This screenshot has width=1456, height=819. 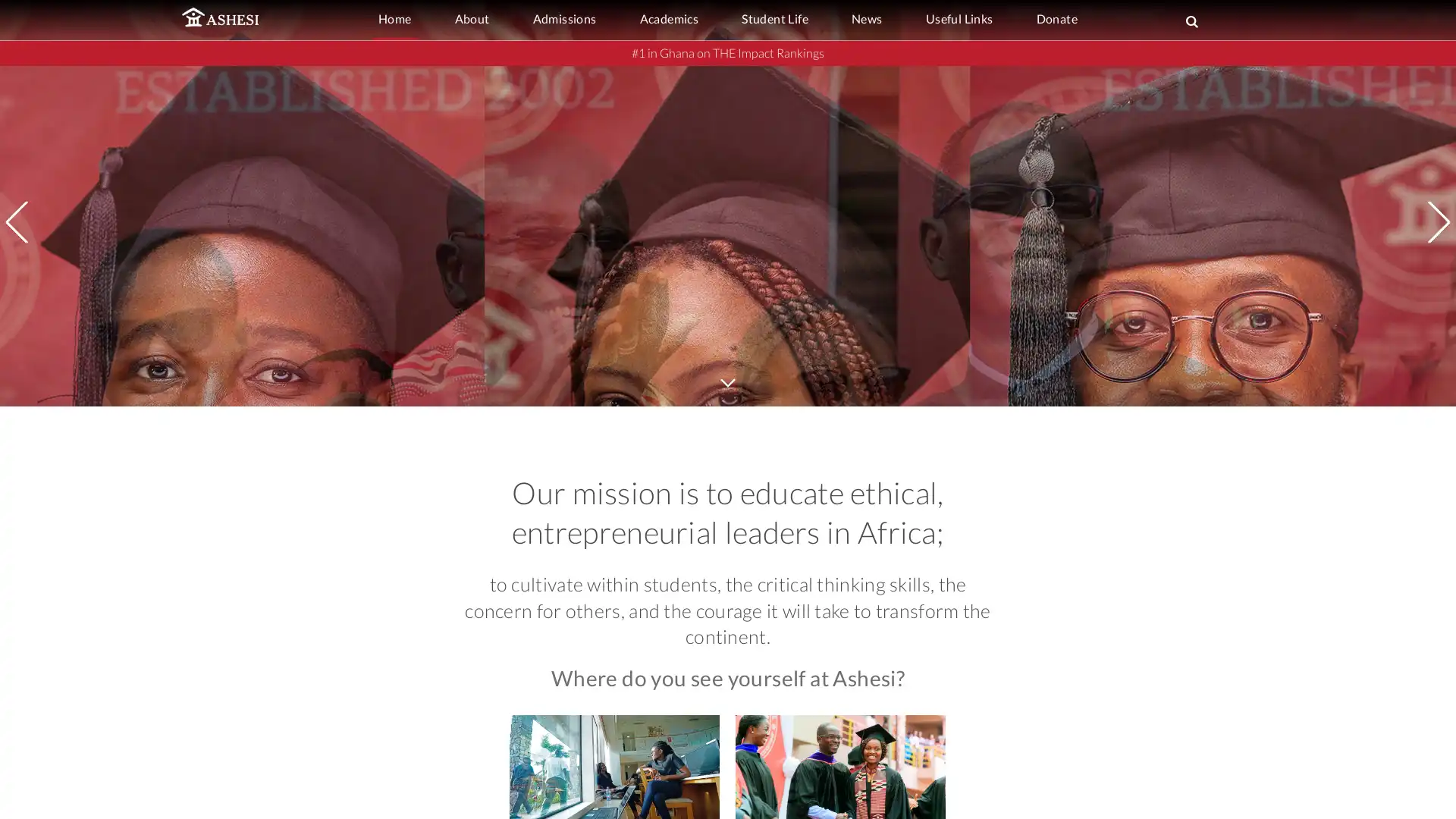 What do you see at coordinates (1428, 428) in the screenshot?
I see `Next` at bounding box center [1428, 428].